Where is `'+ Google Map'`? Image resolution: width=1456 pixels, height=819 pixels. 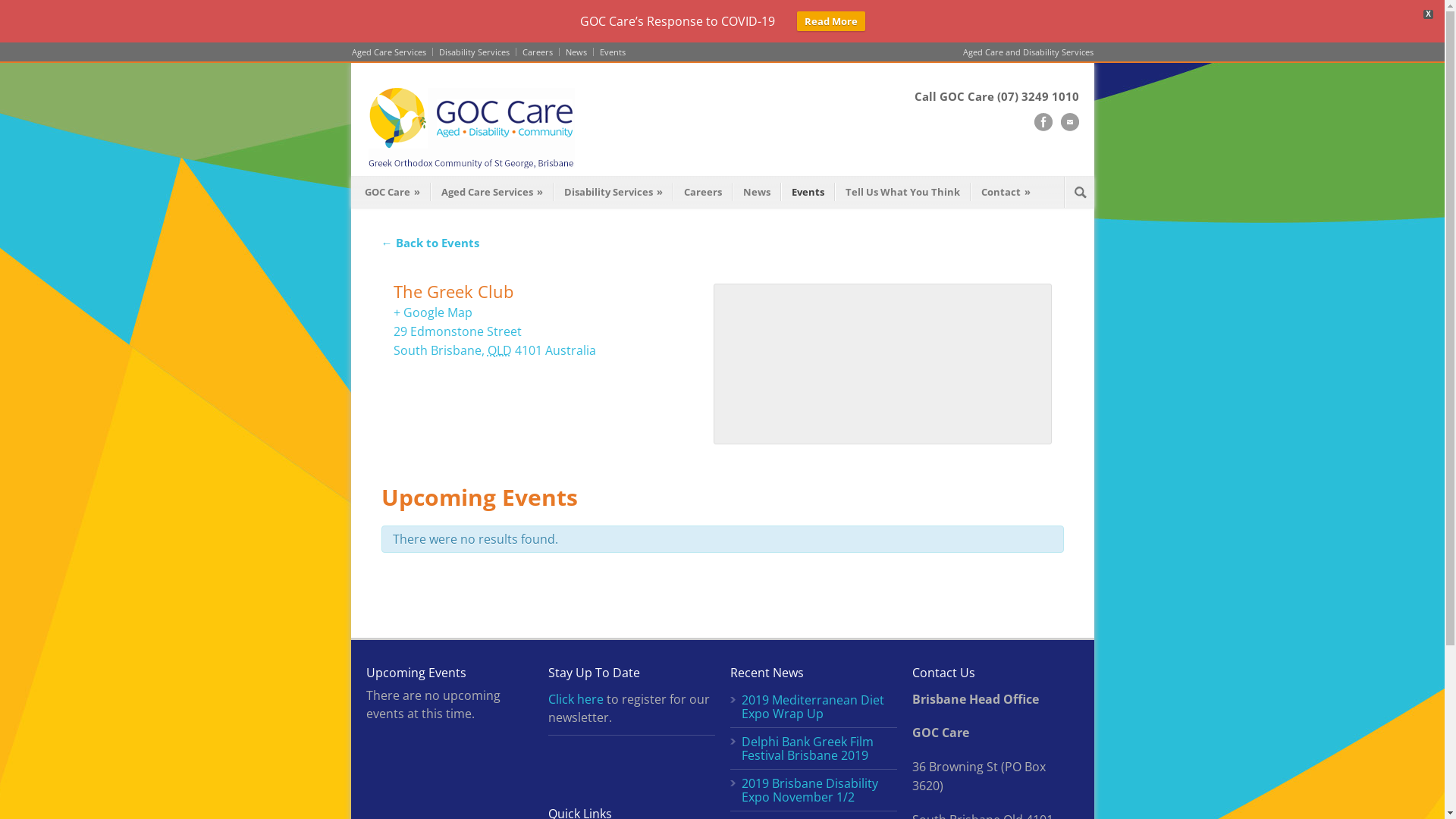 '+ Google Map' is located at coordinates (393, 312).